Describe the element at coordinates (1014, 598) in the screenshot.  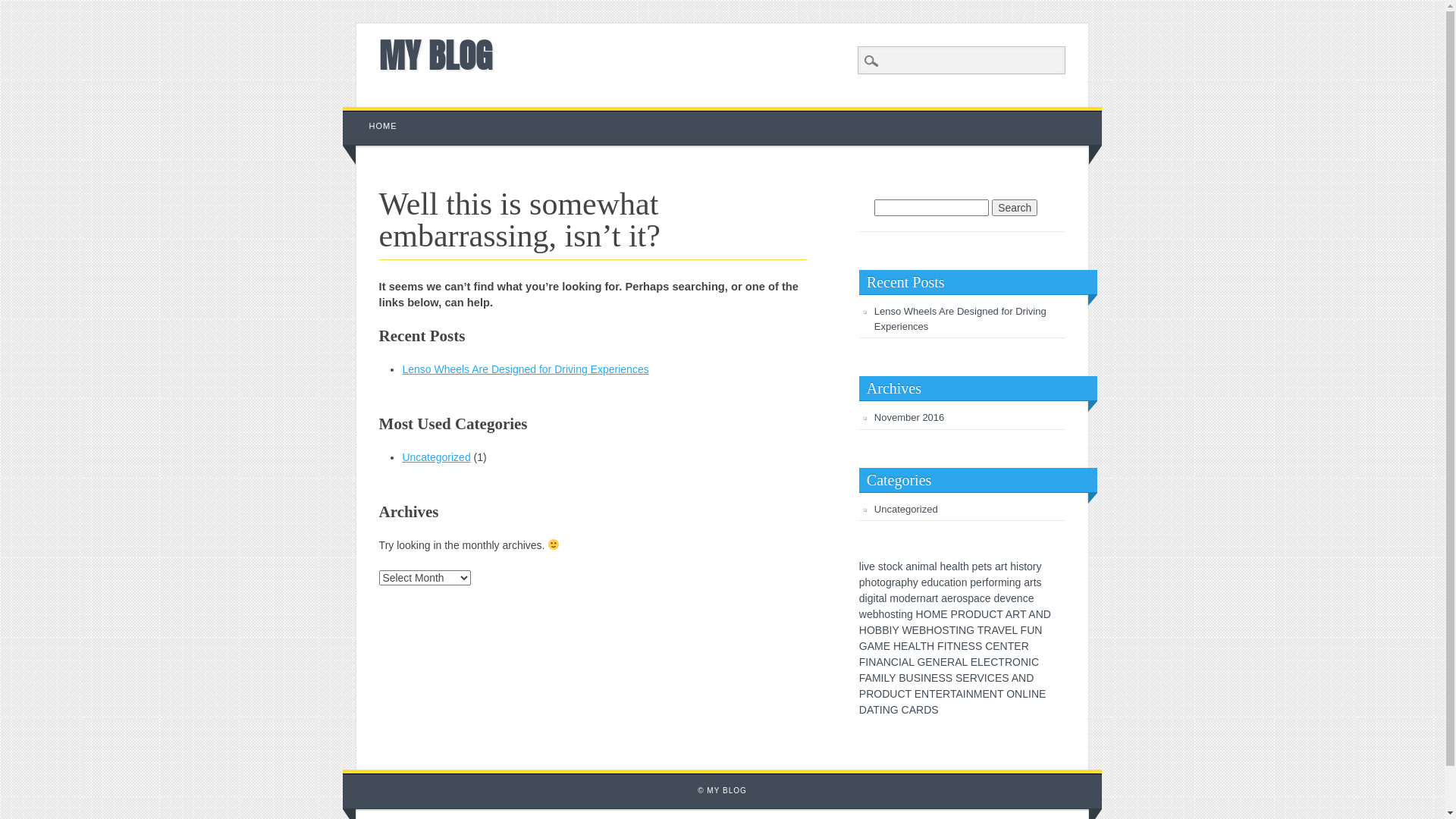
I see `'e'` at that location.